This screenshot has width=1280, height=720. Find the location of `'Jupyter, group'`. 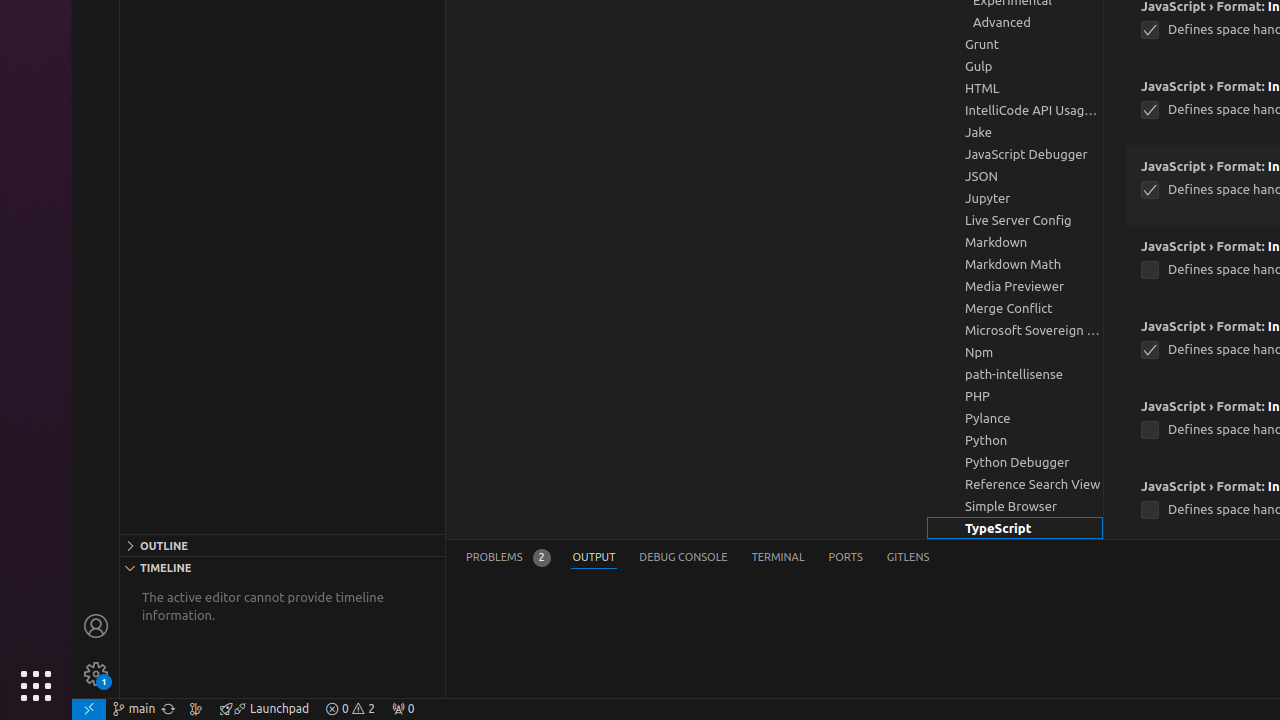

'Jupyter, group' is located at coordinates (1015, 198).